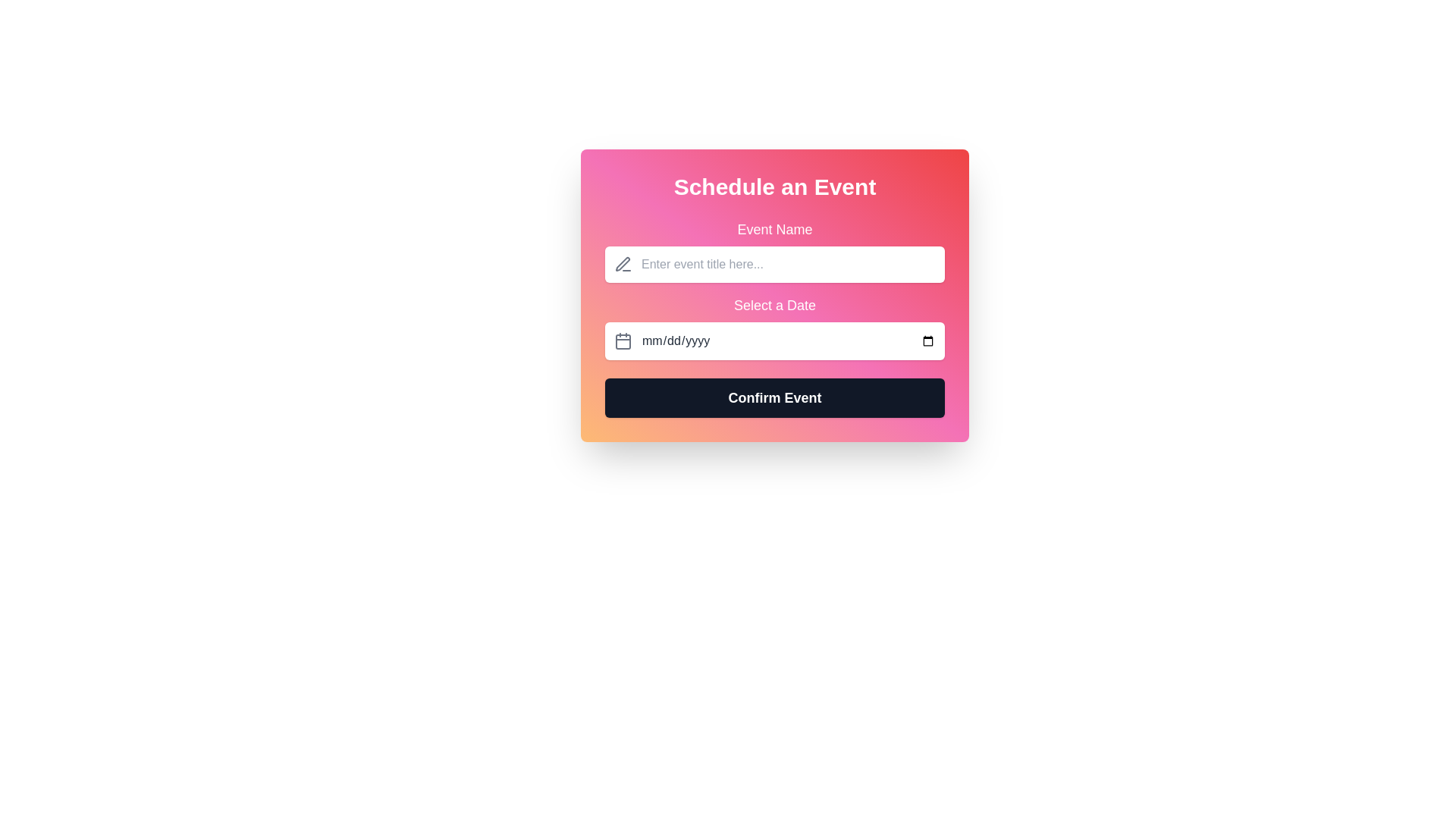 This screenshot has height=819, width=1456. Describe the element at coordinates (775, 397) in the screenshot. I see `the confirmation button for scheduling an event located at the bottom of the 'Schedule an Event' dialog box, immediately following the 'Select a Date' input field` at that location.